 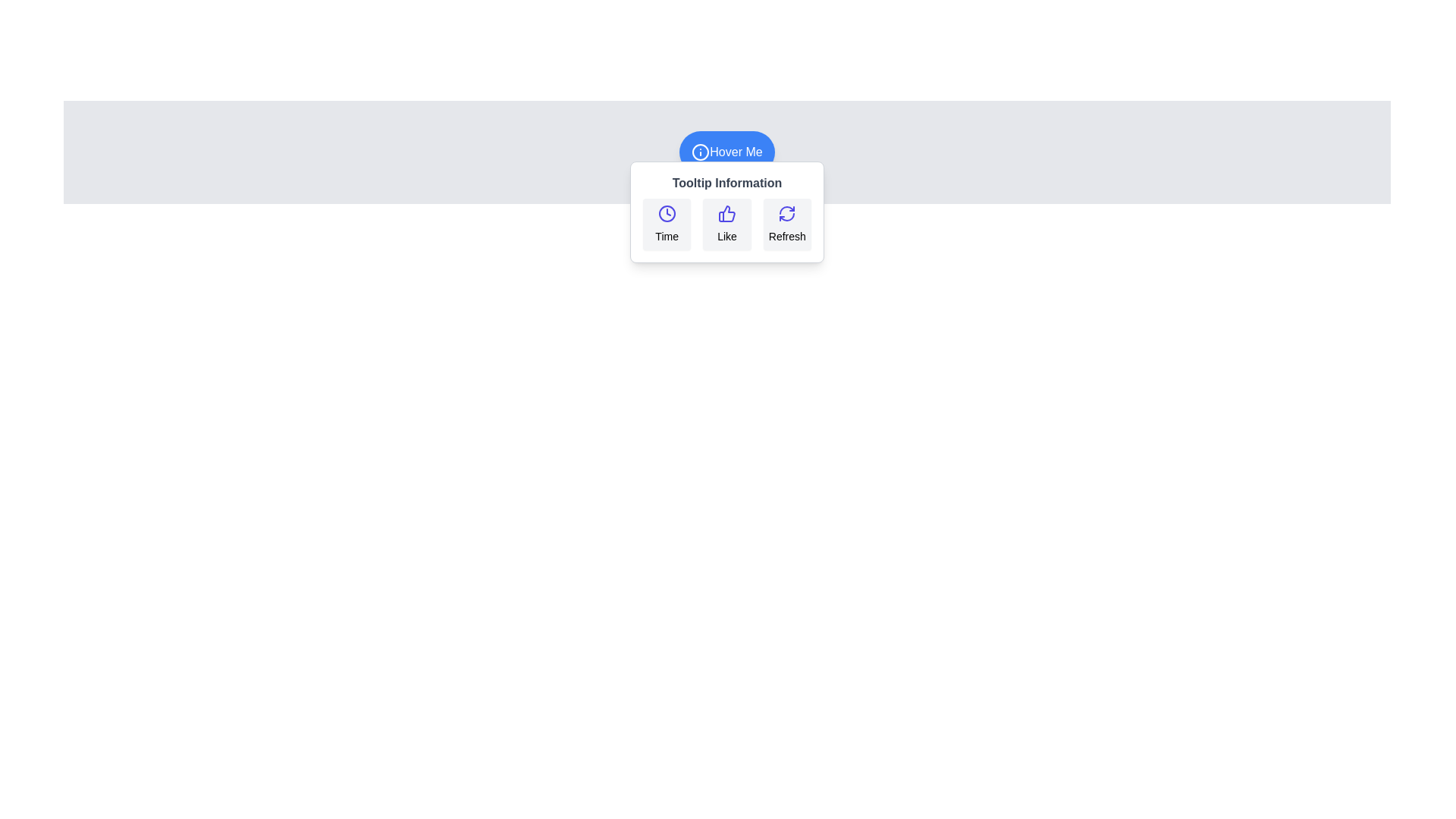 What do you see at coordinates (667, 213) in the screenshot?
I see `the area of the SVG Circle that represents the boundary of the clock icon in the tooltip` at bounding box center [667, 213].